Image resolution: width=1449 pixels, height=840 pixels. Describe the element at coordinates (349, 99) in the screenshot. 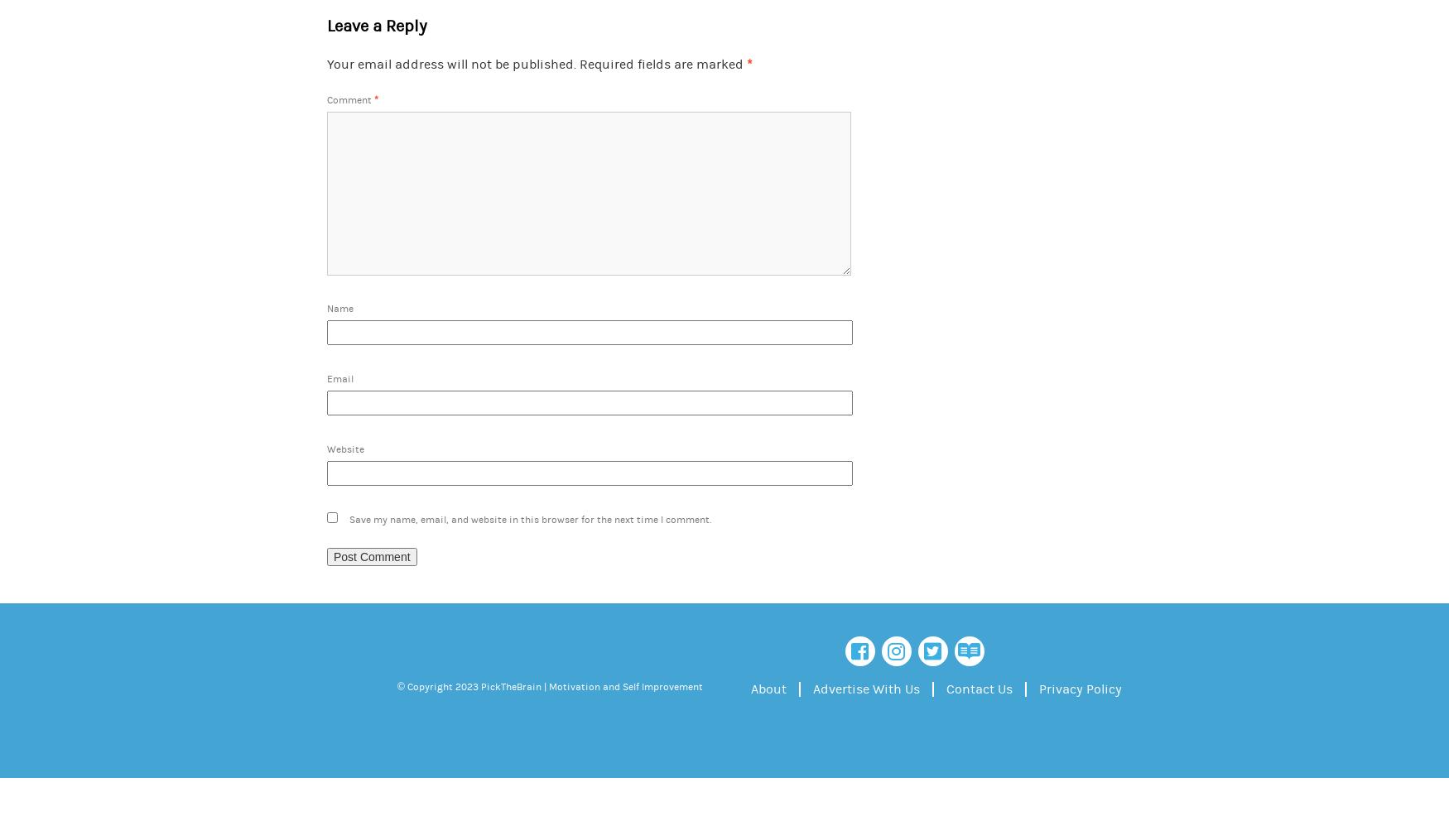

I see `'Comment'` at that location.